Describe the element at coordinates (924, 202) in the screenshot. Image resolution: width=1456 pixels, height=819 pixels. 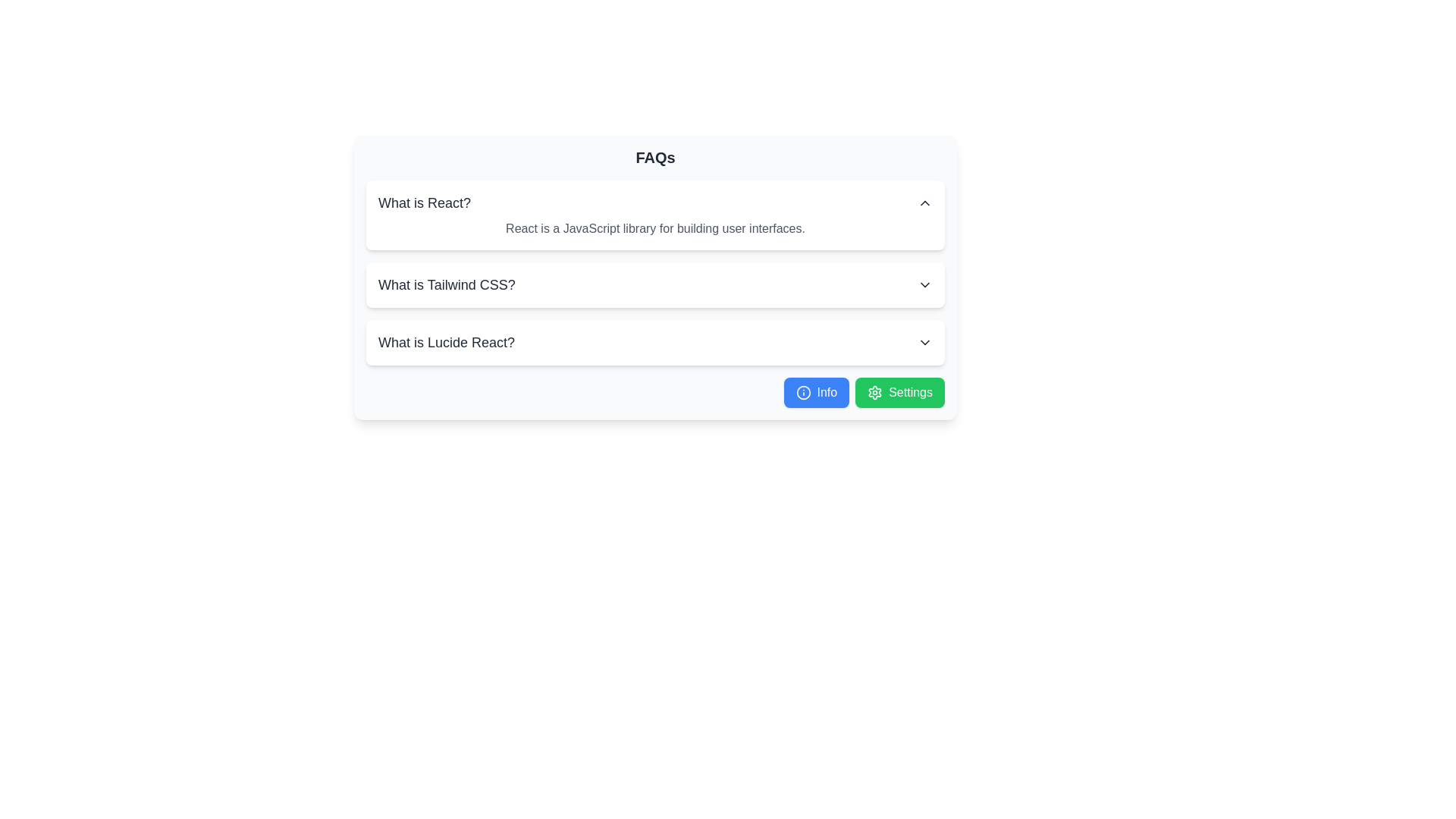
I see `the small upward arrow icon in the FAQ item labeled 'What is React?'` at that location.